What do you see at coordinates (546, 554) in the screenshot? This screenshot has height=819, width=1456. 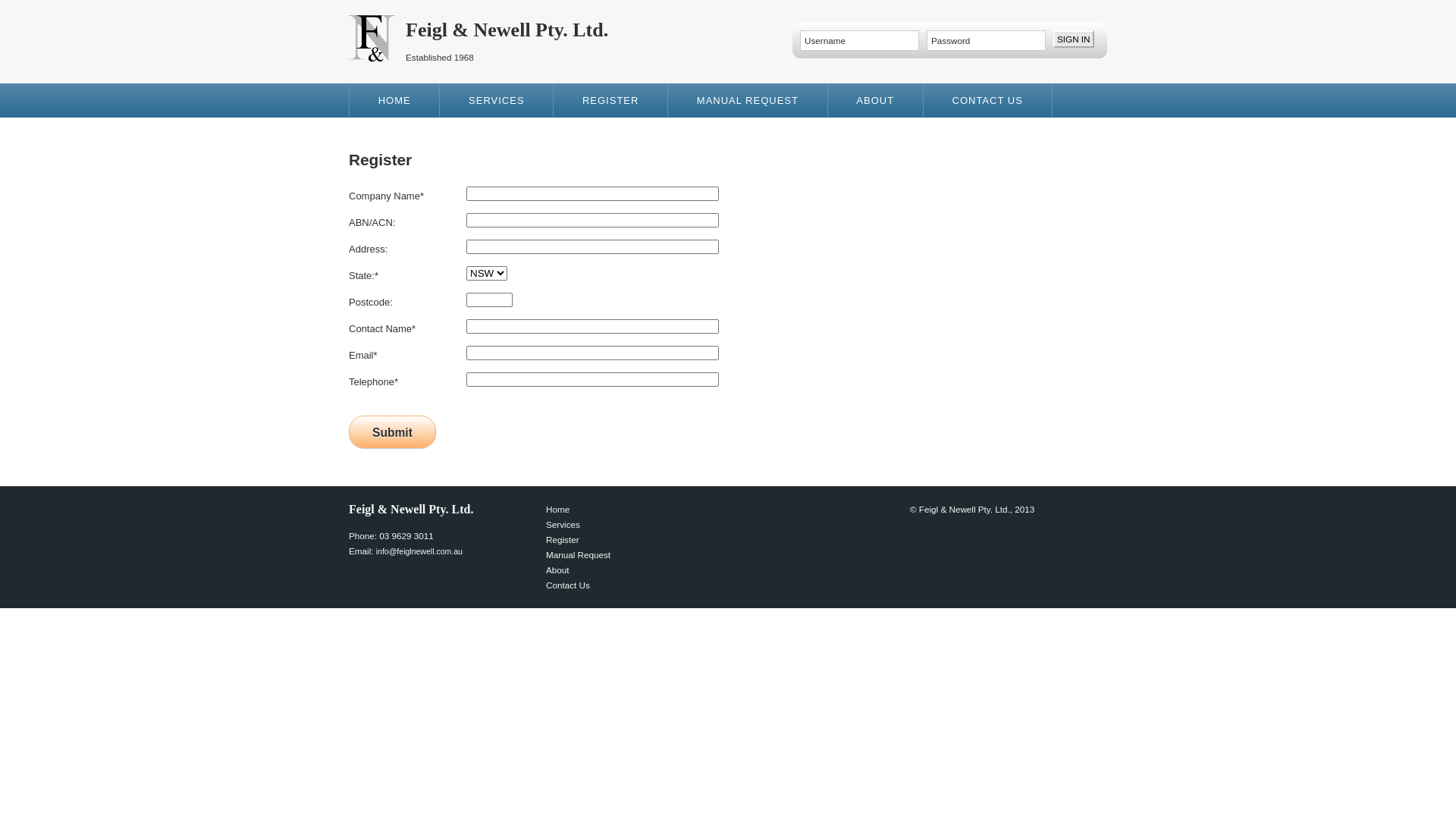 I see `'Manual Request'` at bounding box center [546, 554].